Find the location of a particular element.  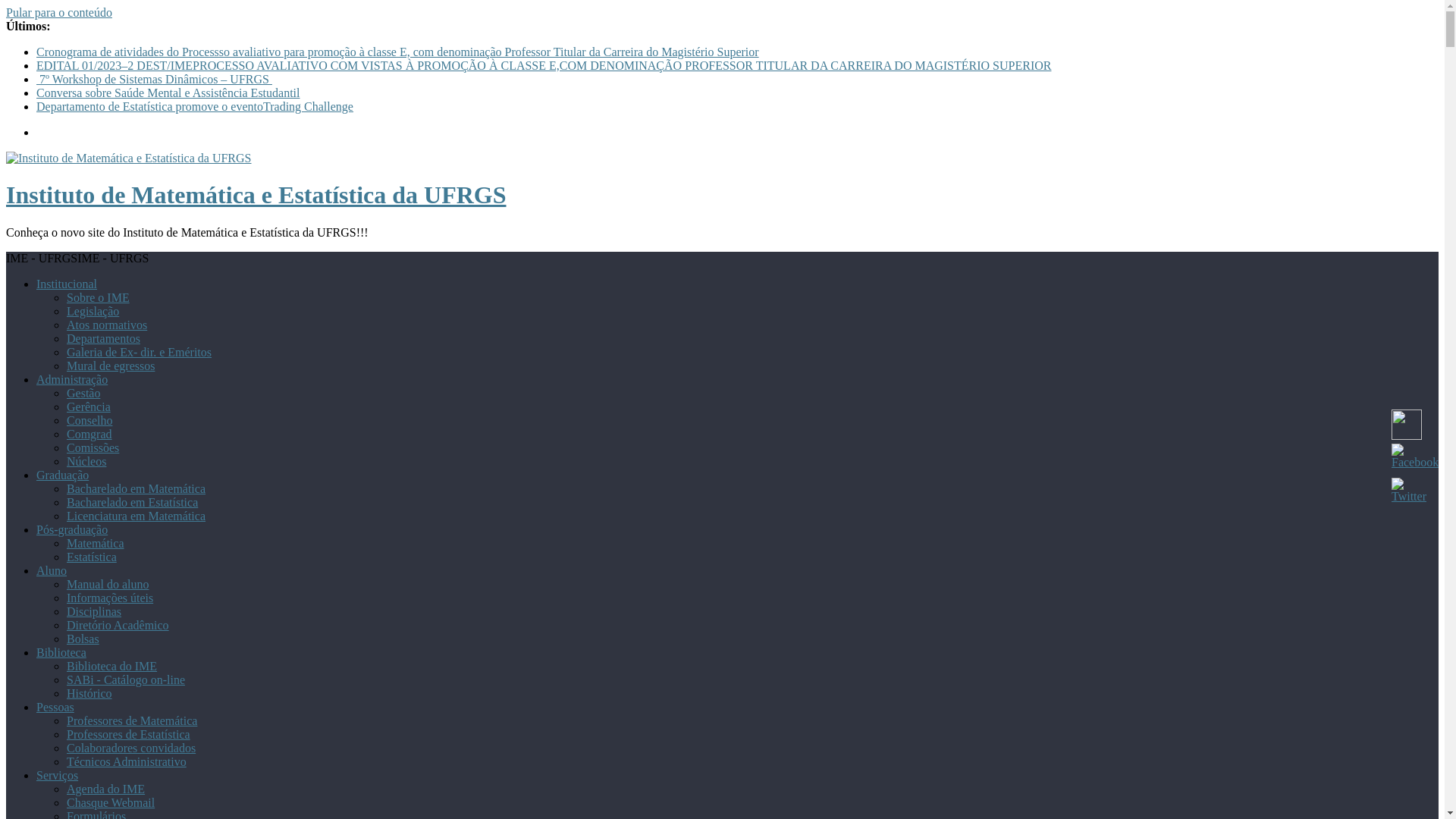

'Institucional' is located at coordinates (65, 284).